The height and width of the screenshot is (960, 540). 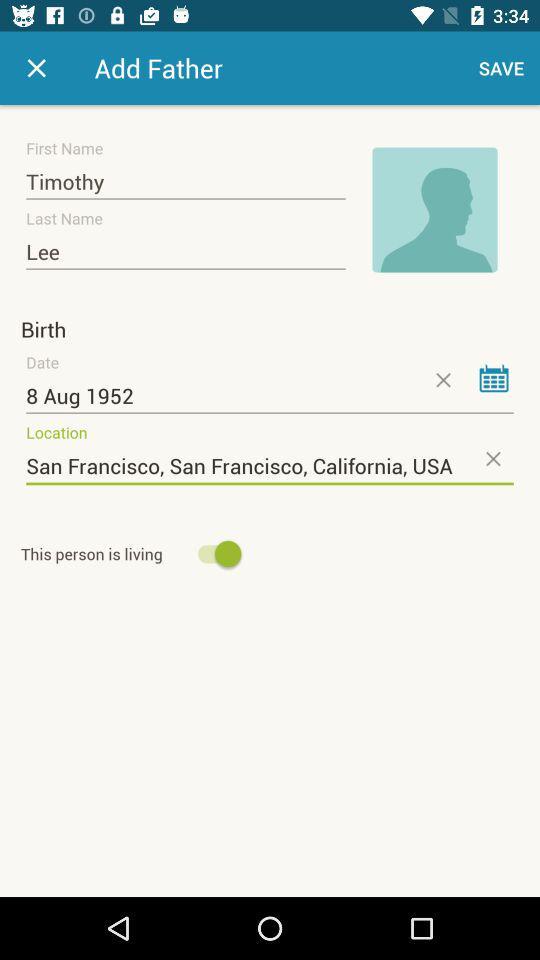 What do you see at coordinates (500, 68) in the screenshot?
I see `item next to the add father` at bounding box center [500, 68].